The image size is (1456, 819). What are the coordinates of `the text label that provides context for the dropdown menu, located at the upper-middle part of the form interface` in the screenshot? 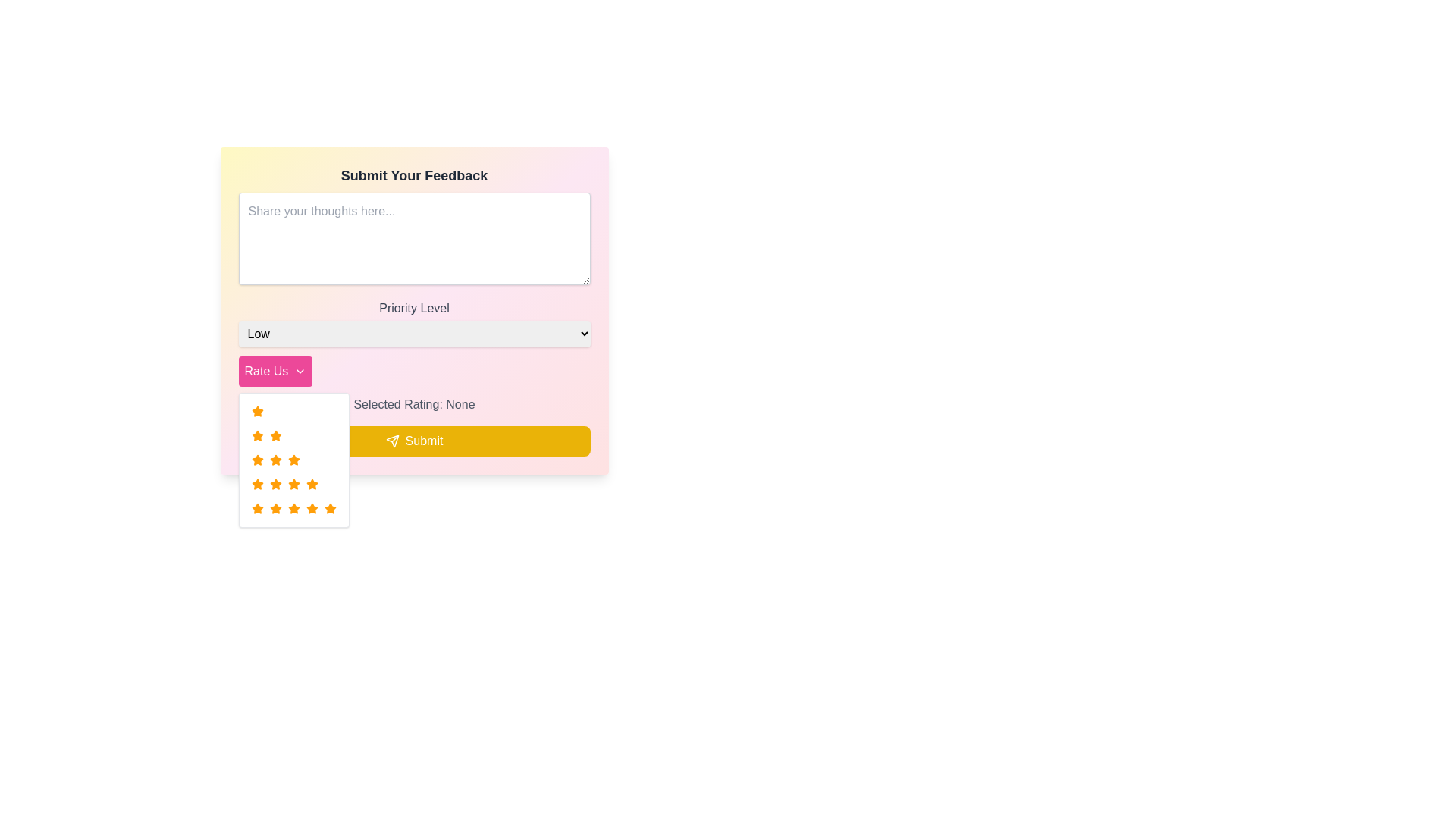 It's located at (414, 308).